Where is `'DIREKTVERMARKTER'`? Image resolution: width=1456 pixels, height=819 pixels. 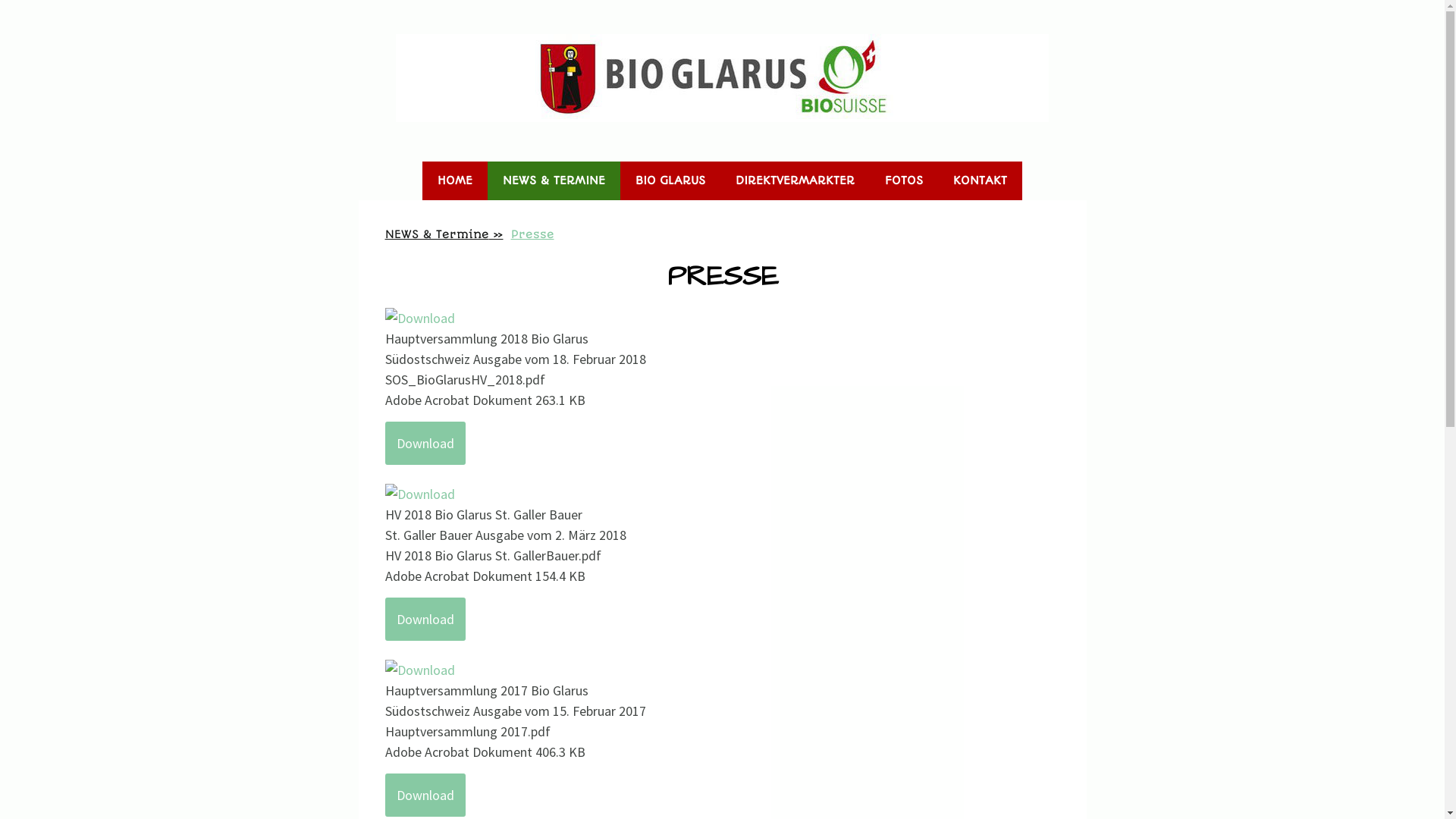 'DIREKTVERMARKTER' is located at coordinates (794, 180).